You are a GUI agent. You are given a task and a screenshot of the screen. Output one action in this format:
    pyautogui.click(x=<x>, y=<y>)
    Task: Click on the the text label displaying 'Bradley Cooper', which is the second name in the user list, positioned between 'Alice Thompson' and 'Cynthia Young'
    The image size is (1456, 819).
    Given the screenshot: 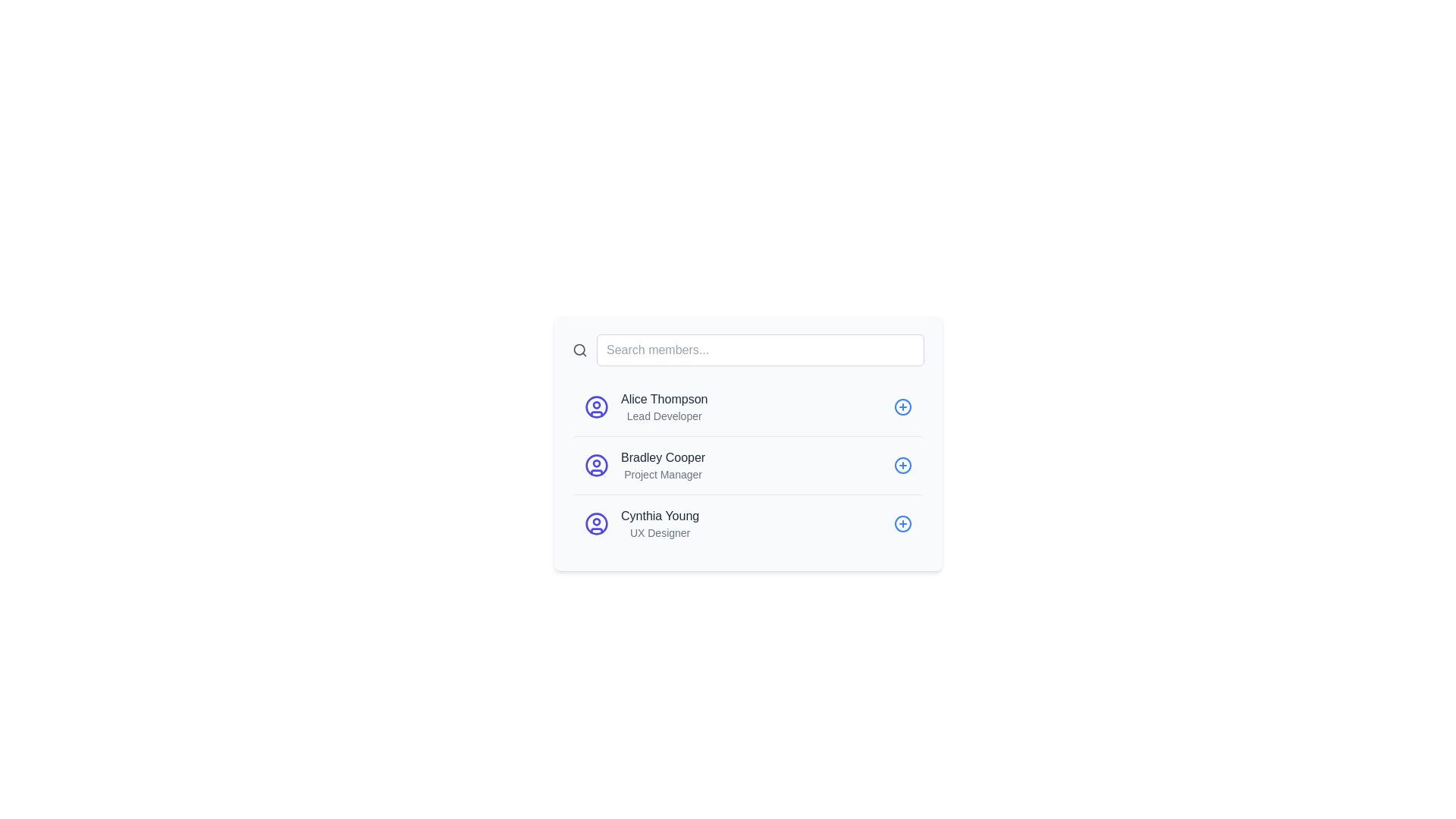 What is the action you would take?
    pyautogui.click(x=663, y=457)
    